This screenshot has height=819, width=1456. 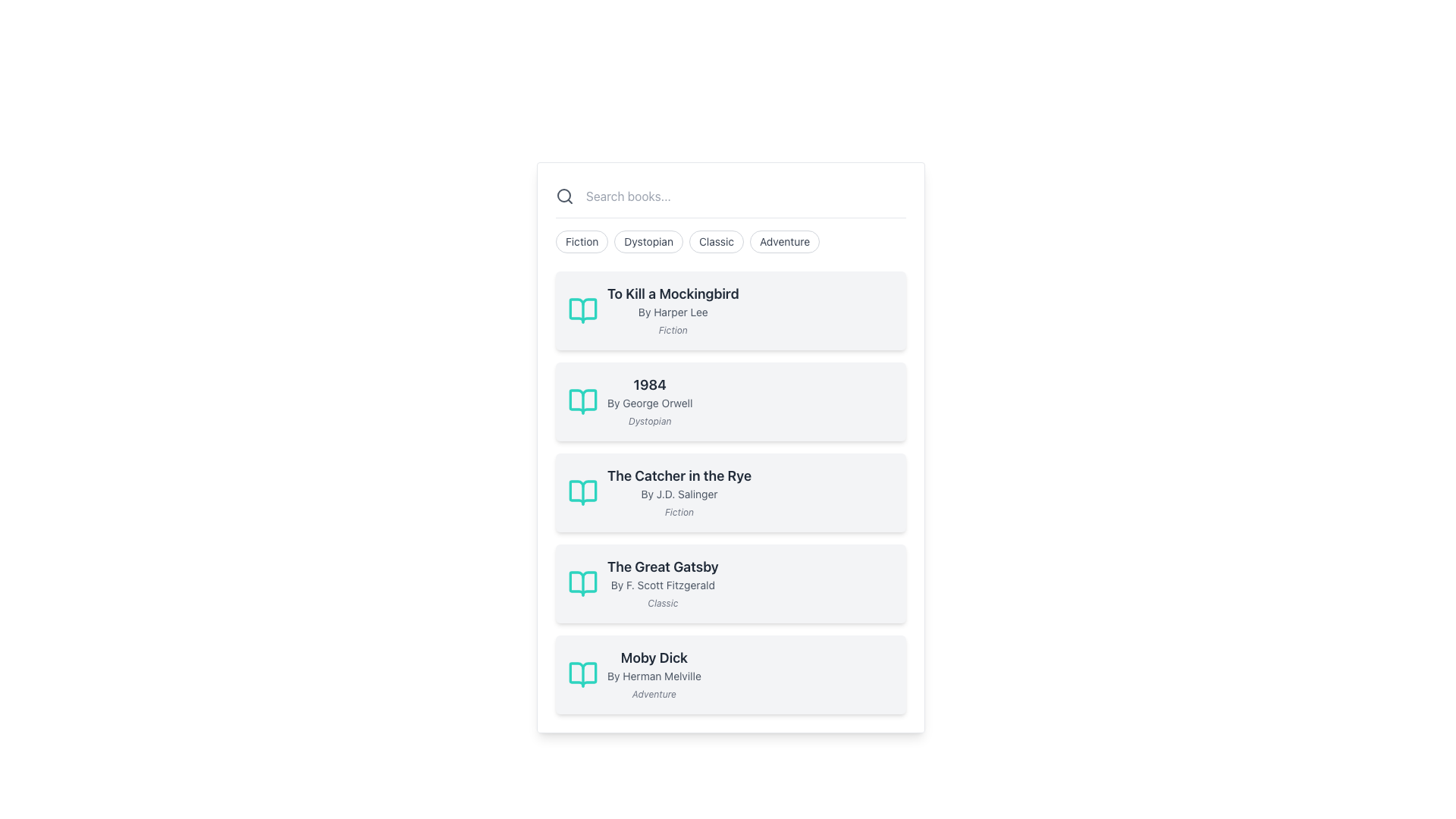 I want to click on text label 'Adventure' which is styled in italicized grey font and located below the author's name for 'Moby Dick' by Herman Melville, so click(x=654, y=694).